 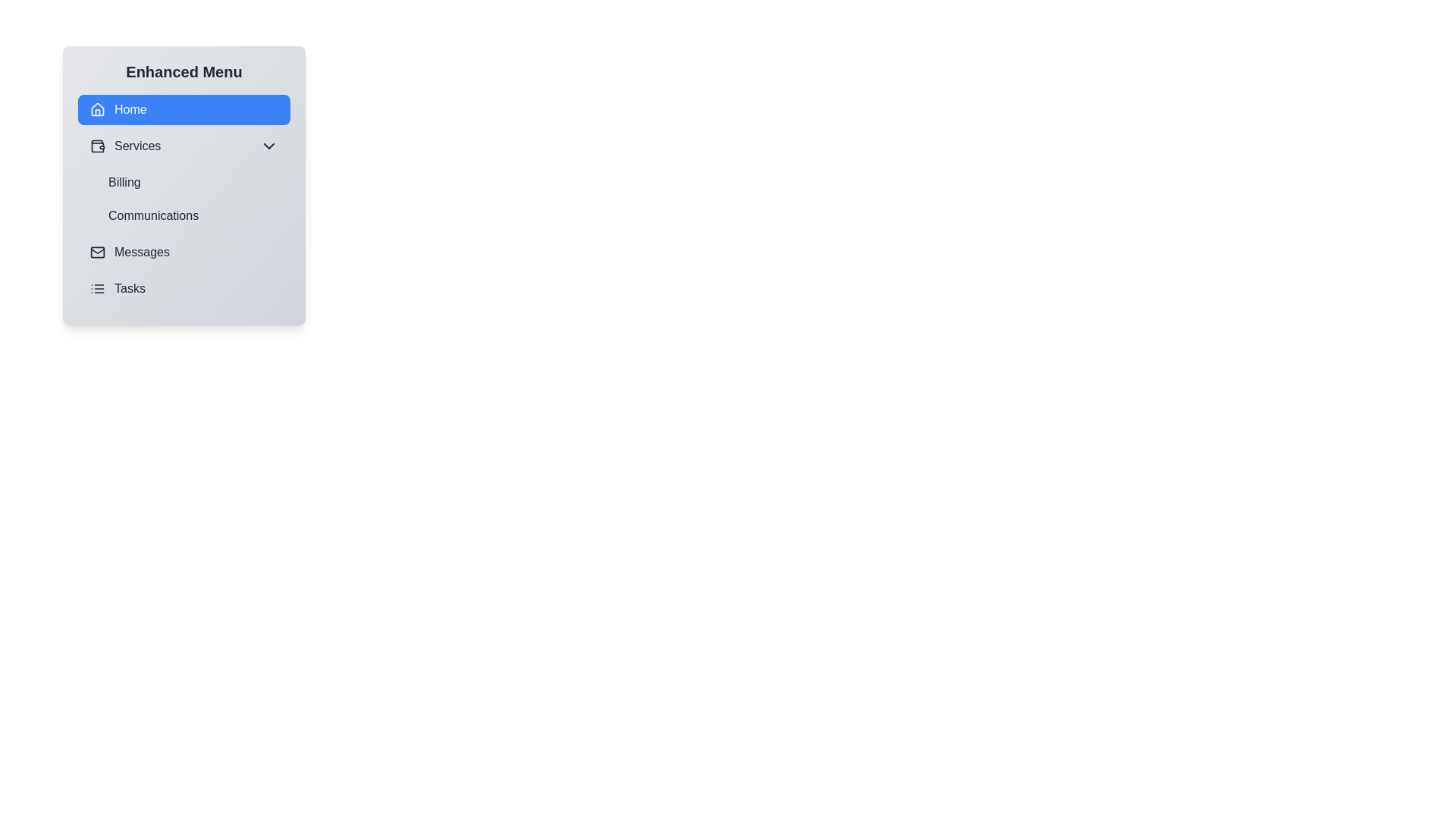 What do you see at coordinates (184, 146) in the screenshot?
I see `the menu button located below the 'Home' item` at bounding box center [184, 146].